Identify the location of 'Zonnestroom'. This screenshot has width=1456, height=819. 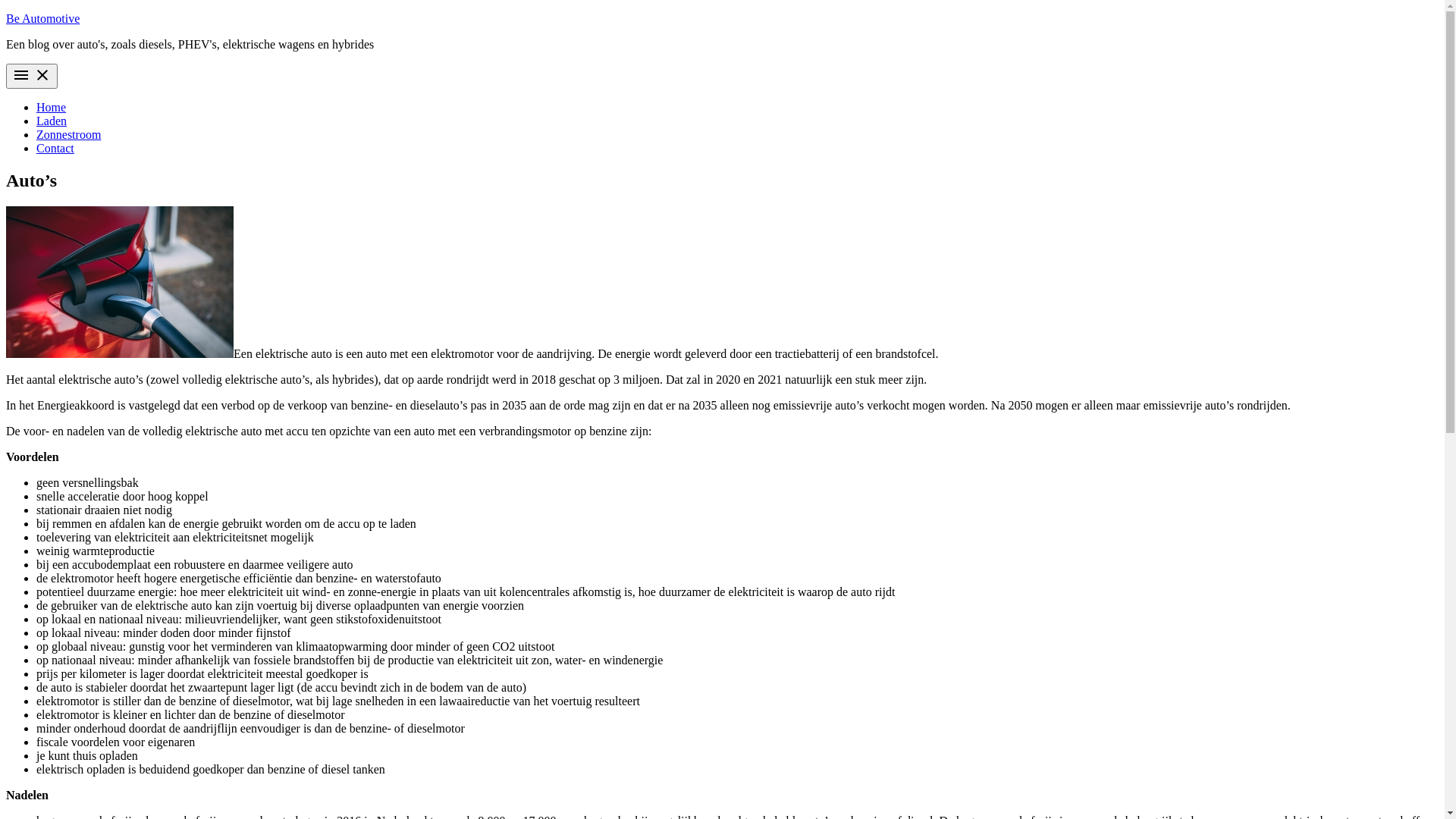
(67, 133).